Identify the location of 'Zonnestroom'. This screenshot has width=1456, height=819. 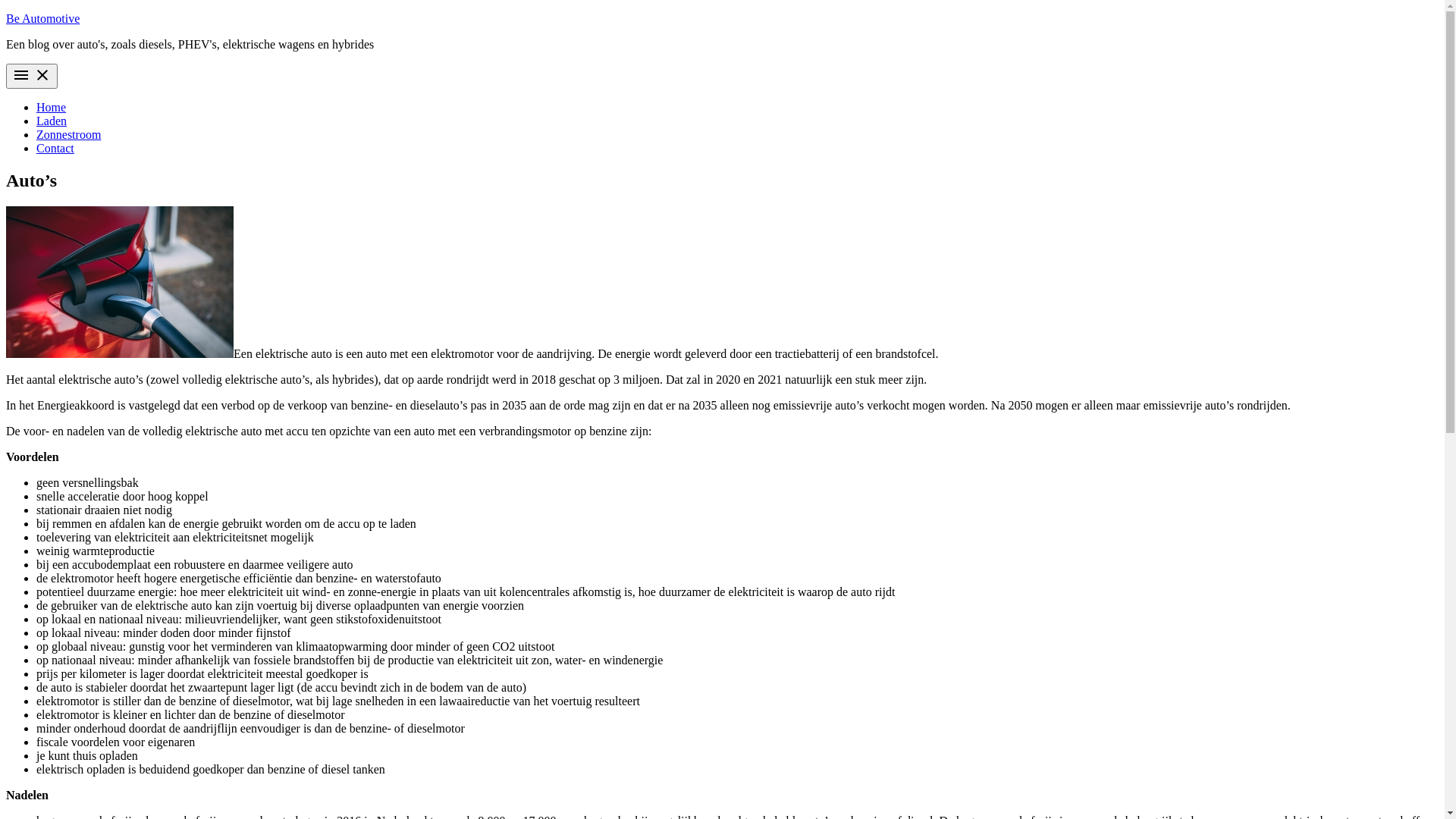
(67, 133).